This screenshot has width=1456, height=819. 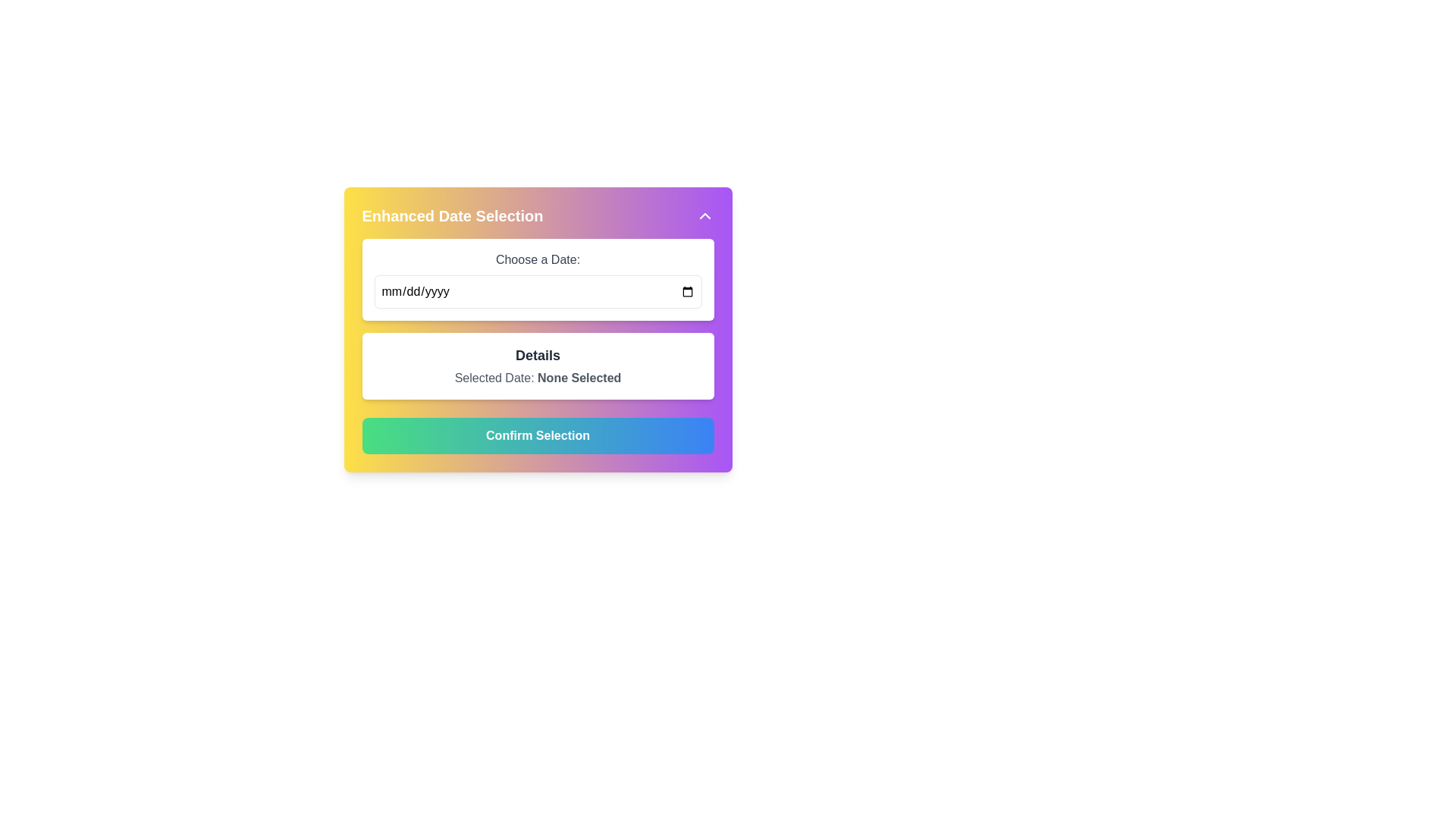 I want to click on the upward-pointing chevron icon on the purple background located at the top-right corner of the 'Enhanced Date Selection' card, so click(x=704, y=216).